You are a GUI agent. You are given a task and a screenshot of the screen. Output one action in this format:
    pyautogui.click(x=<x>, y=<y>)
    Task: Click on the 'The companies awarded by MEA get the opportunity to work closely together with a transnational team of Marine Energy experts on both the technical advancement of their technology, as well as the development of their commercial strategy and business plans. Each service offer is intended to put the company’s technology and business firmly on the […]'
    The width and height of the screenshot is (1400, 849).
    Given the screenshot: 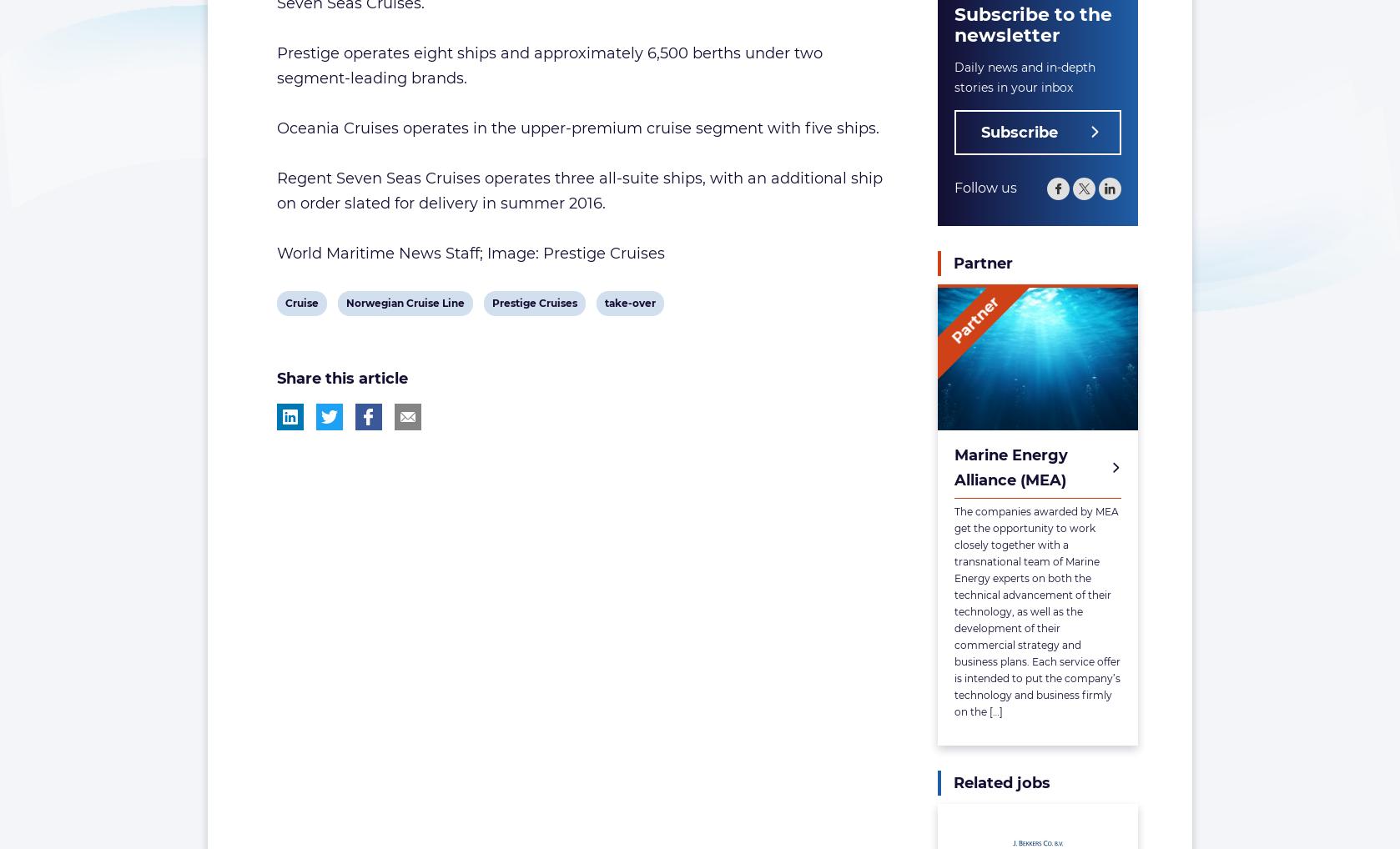 What is the action you would take?
    pyautogui.click(x=954, y=610)
    